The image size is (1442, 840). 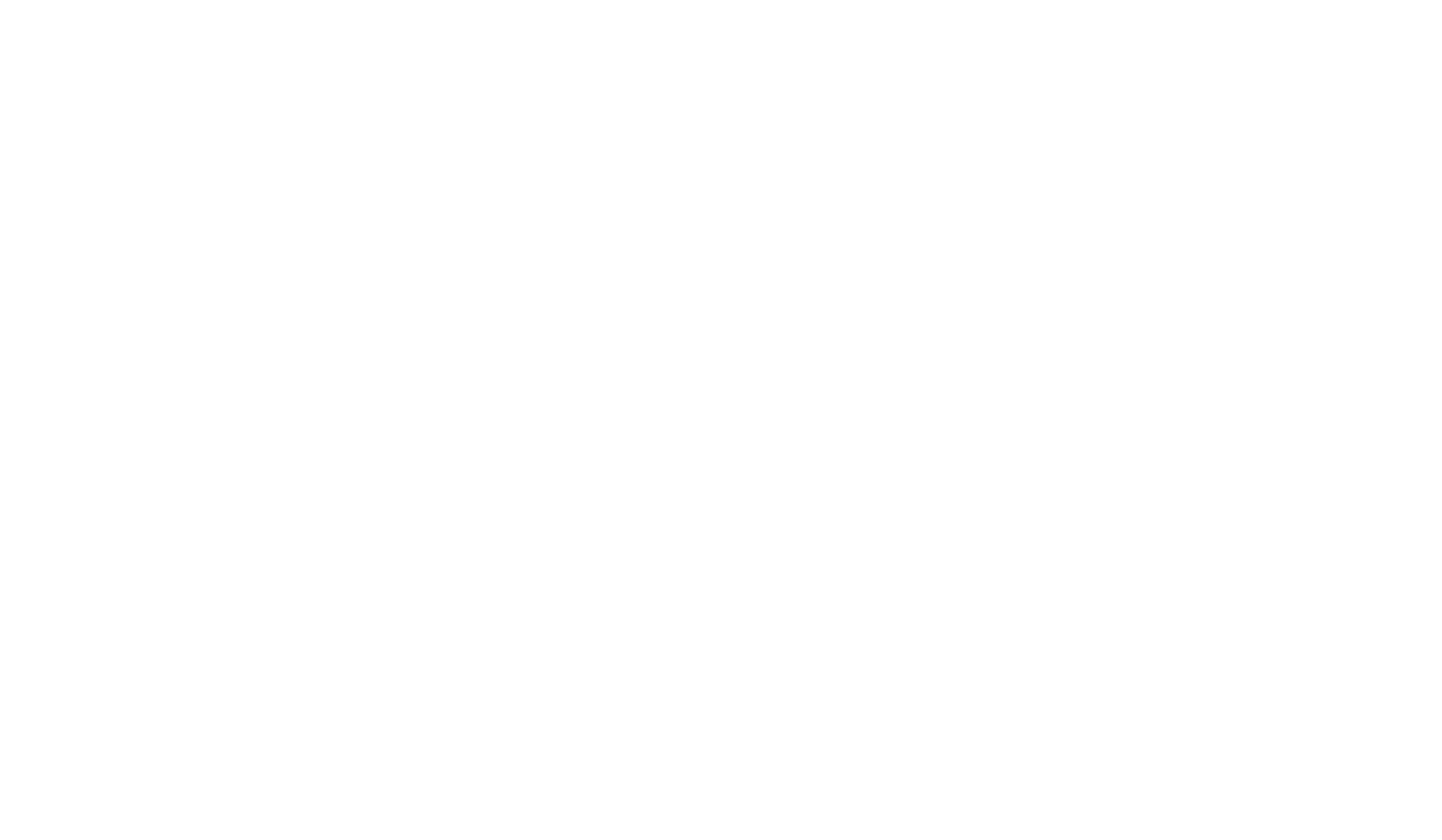 What do you see at coordinates (694, 367) in the screenshot?
I see `'Fully Featured System'` at bounding box center [694, 367].